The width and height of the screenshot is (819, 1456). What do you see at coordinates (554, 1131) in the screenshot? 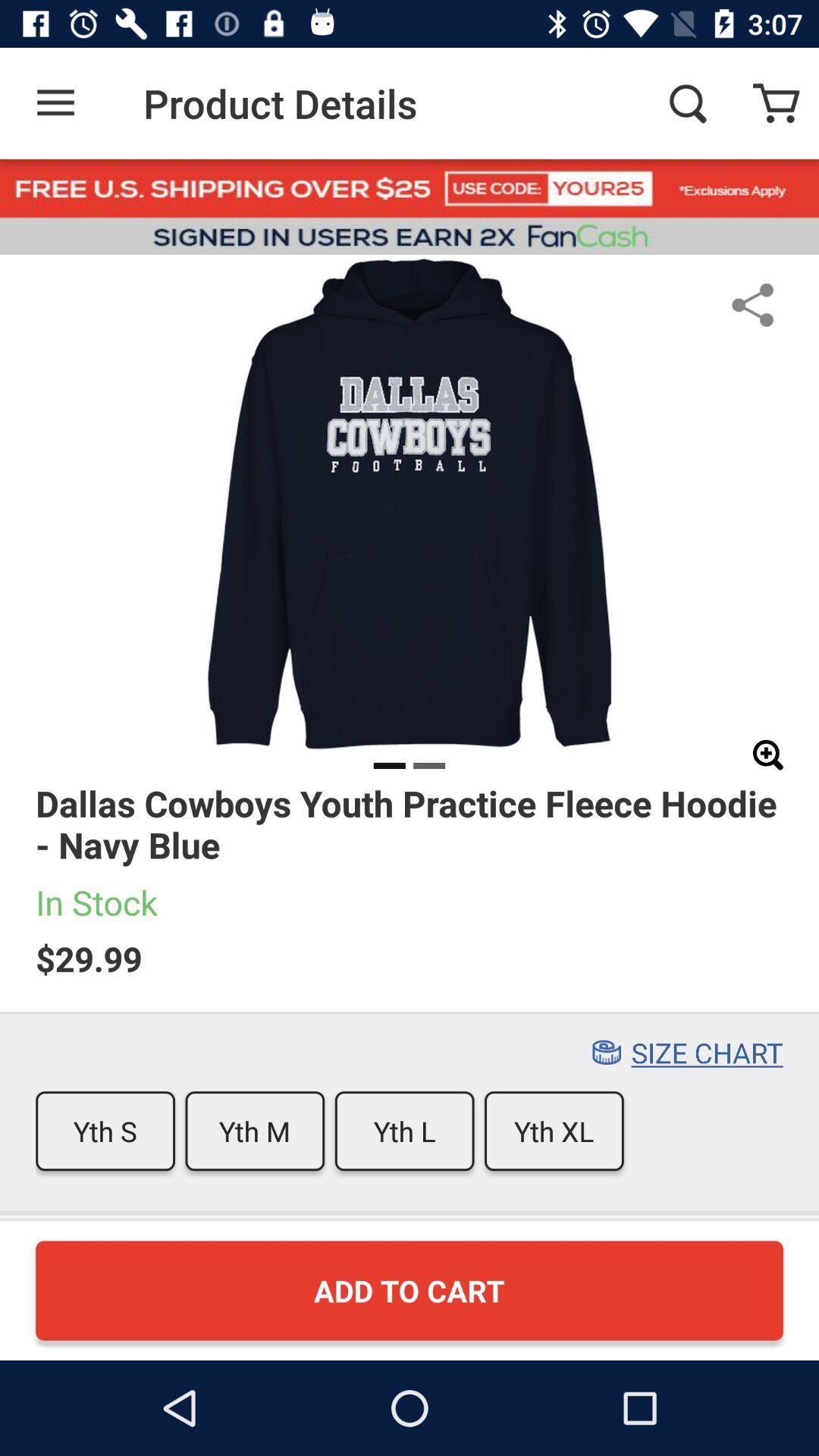
I see `yth xl icon` at bounding box center [554, 1131].